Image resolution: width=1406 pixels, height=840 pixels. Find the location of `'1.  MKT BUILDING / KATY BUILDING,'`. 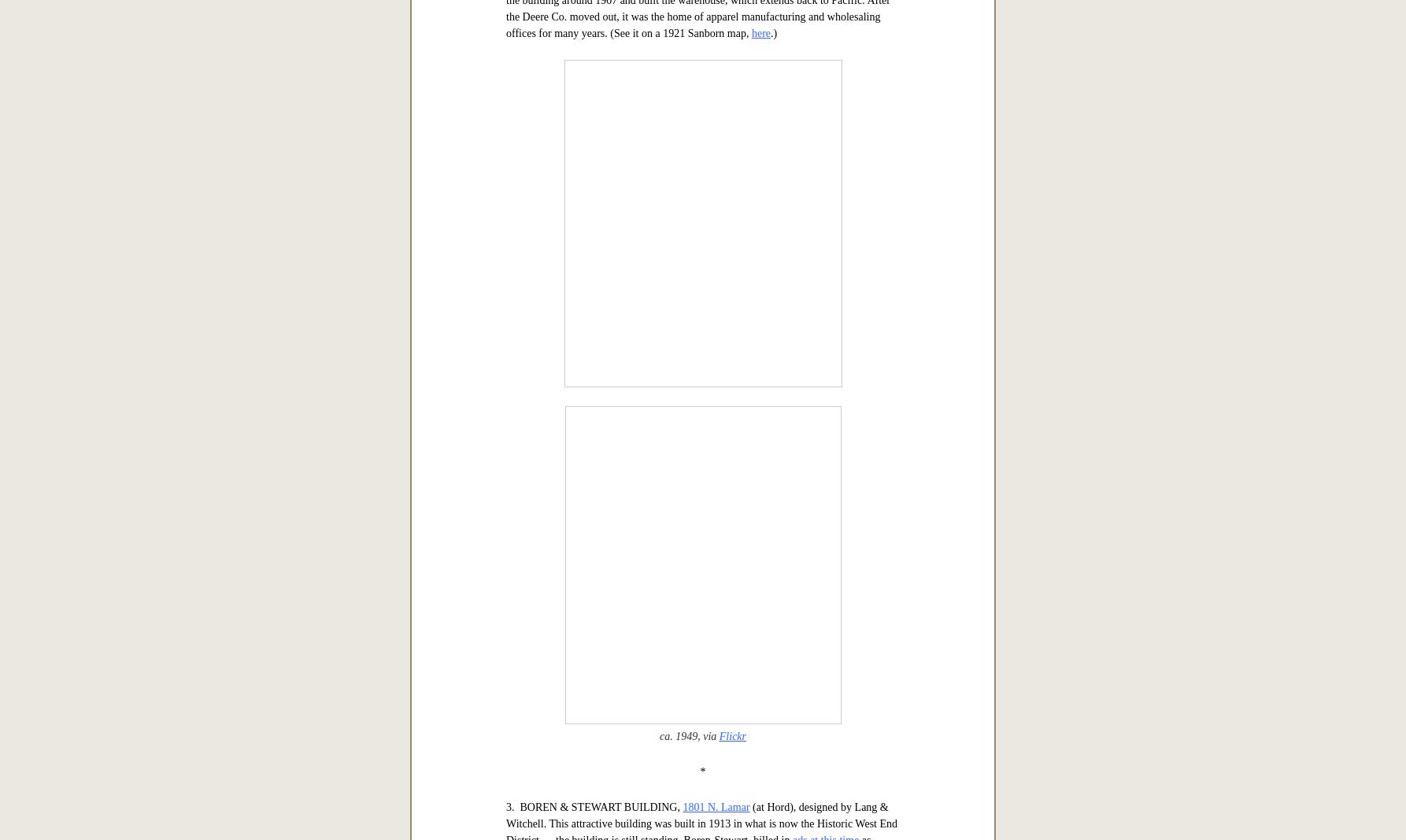

'1.  MKT BUILDING / KATY BUILDING,' is located at coordinates (601, 157).